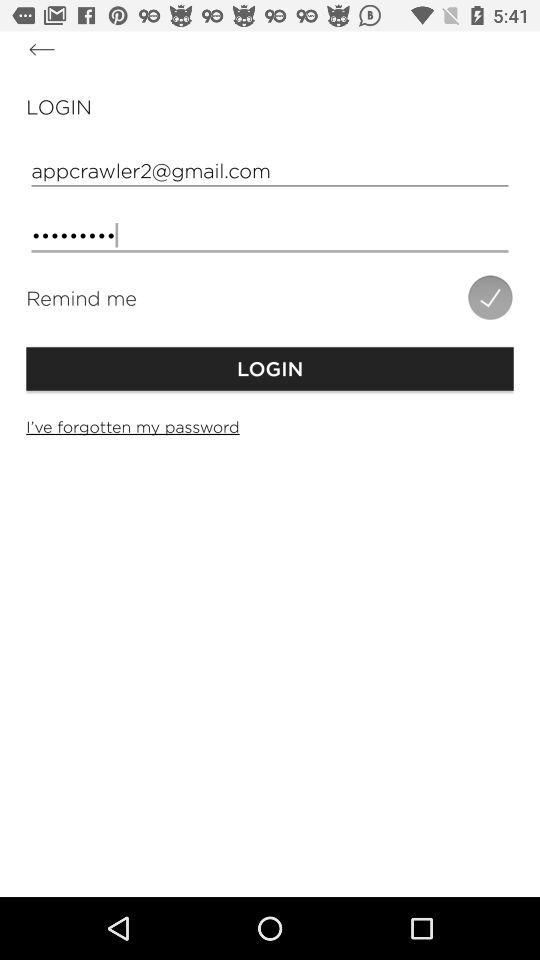  I want to click on icon at the top right corner, so click(489, 296).